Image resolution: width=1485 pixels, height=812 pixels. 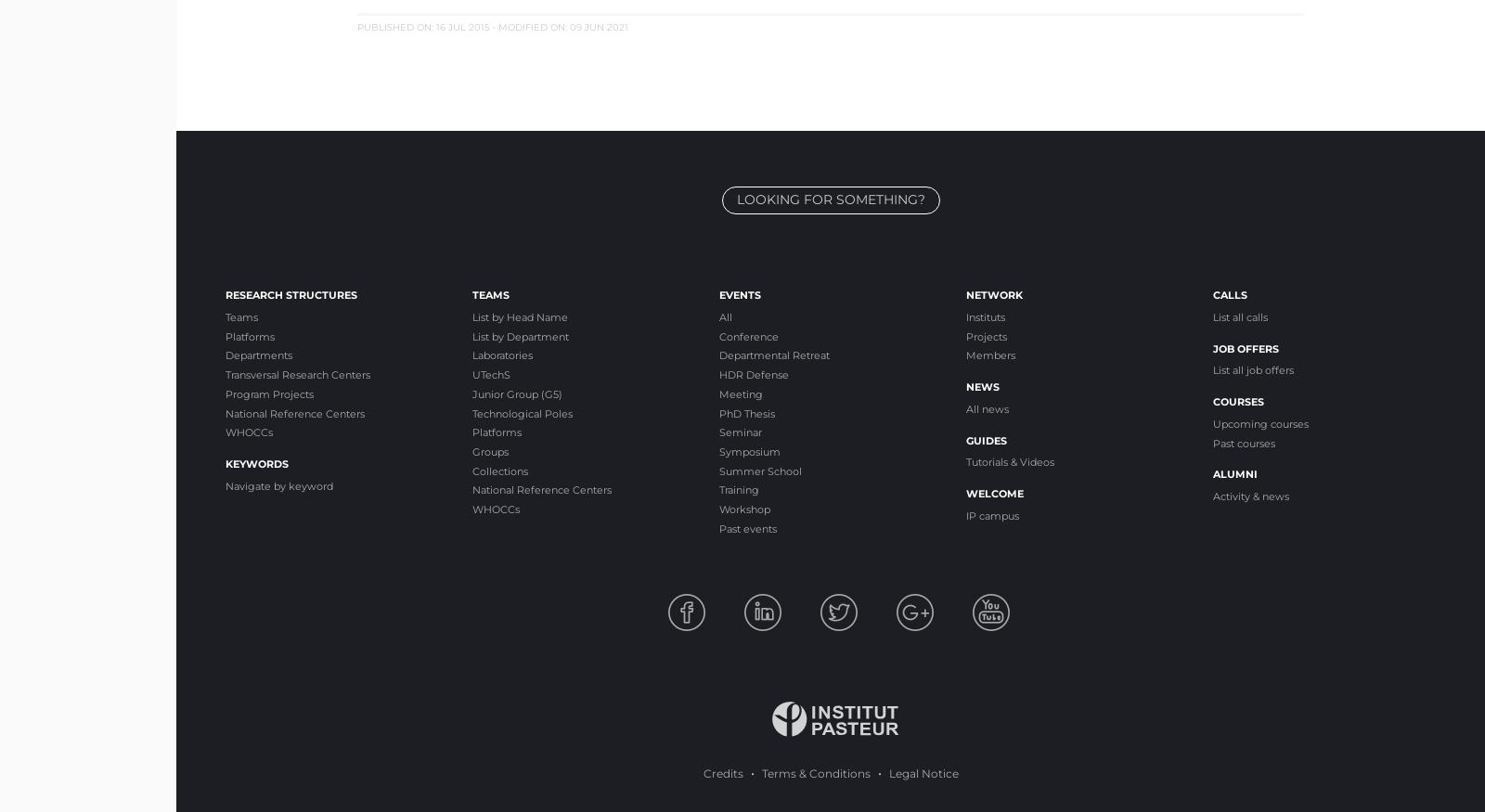 I want to click on 'Coordinated by Nathalie de Parseval', so click(x=404, y=197).